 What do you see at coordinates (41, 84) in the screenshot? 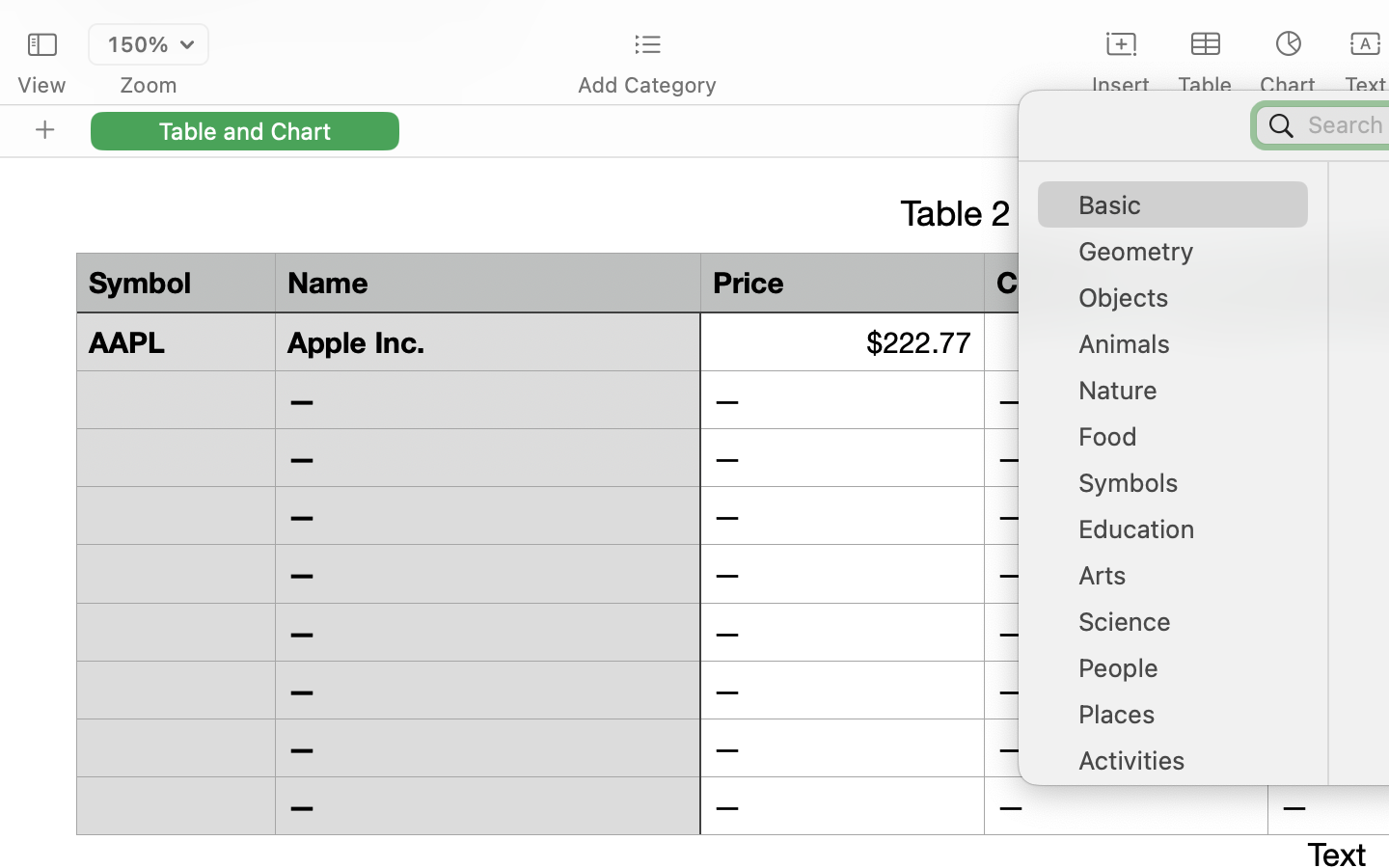
I see `'View'` at bounding box center [41, 84].